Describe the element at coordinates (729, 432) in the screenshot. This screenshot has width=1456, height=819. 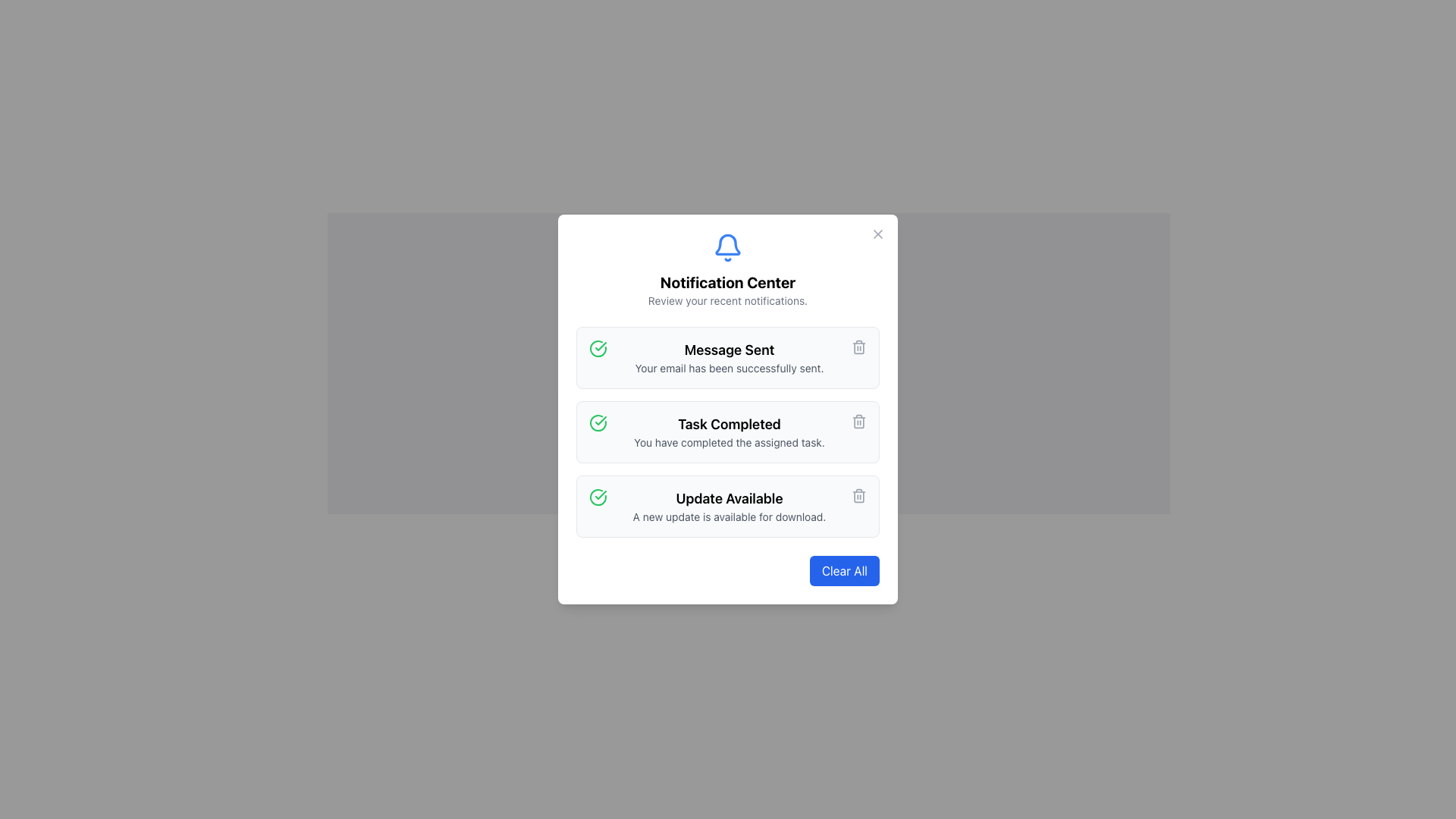
I see `the text section displaying 'Task Completed' and 'You have completed the assigned task.' located in the central section of the notification` at that location.